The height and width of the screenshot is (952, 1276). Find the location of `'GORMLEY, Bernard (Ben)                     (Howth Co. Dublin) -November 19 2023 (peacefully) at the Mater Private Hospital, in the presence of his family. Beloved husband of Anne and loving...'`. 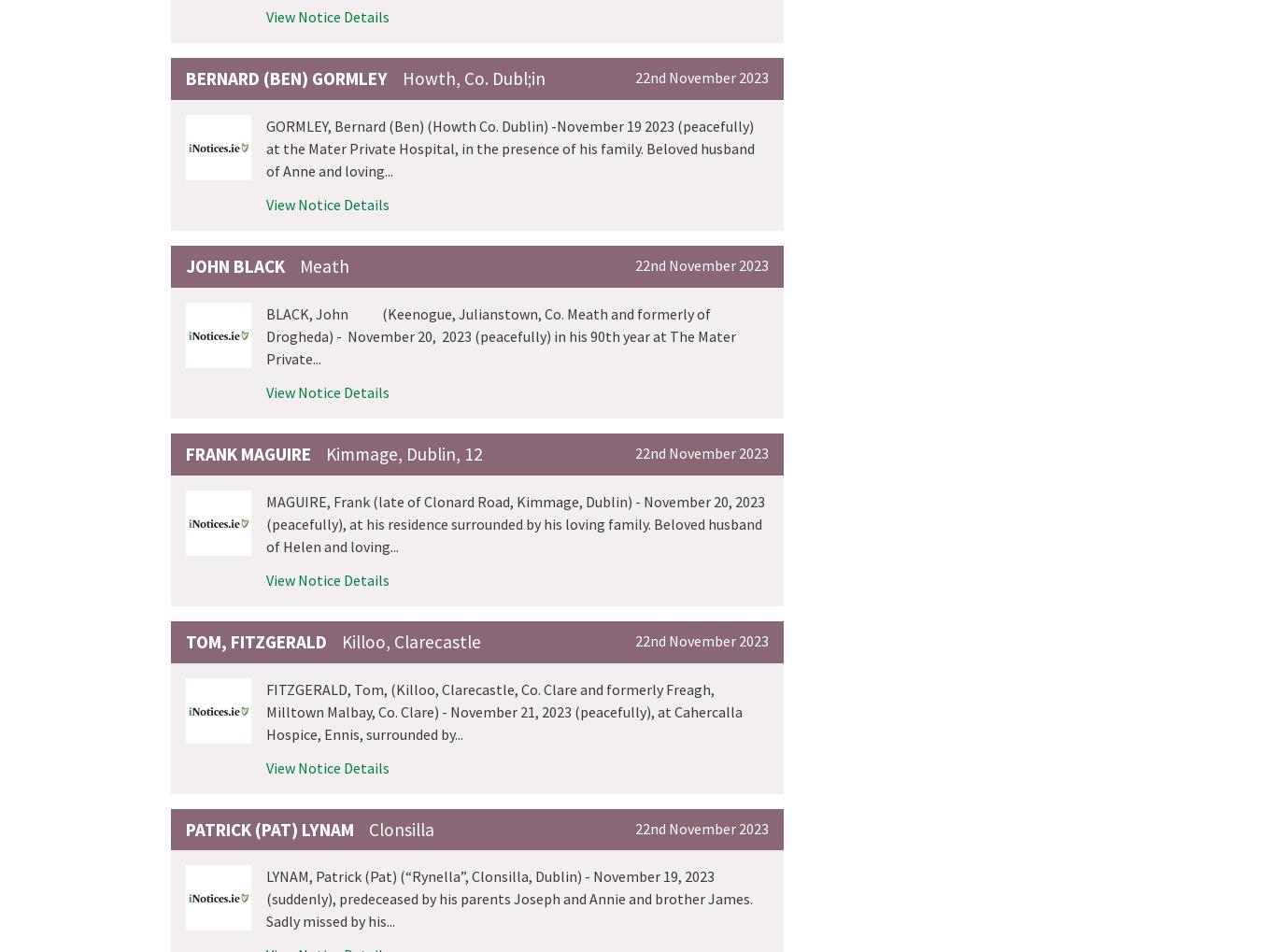

'GORMLEY, Bernard (Ben)                     (Howth Co. Dublin) -November 19 2023 (peacefully) at the Mater Private Hospital, in the presence of his family. Beloved husband of Anne and loving...' is located at coordinates (510, 148).